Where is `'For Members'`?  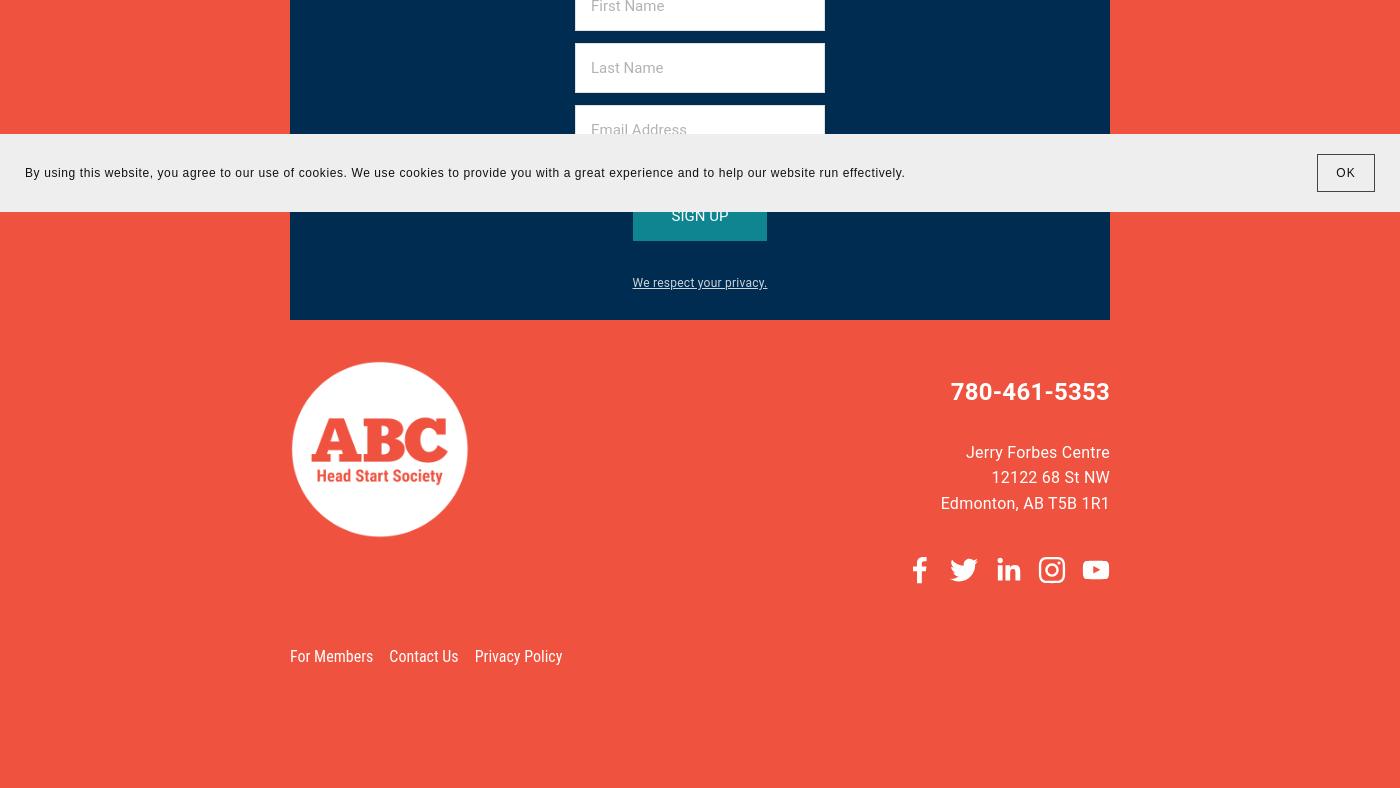 'For Members' is located at coordinates (331, 655).